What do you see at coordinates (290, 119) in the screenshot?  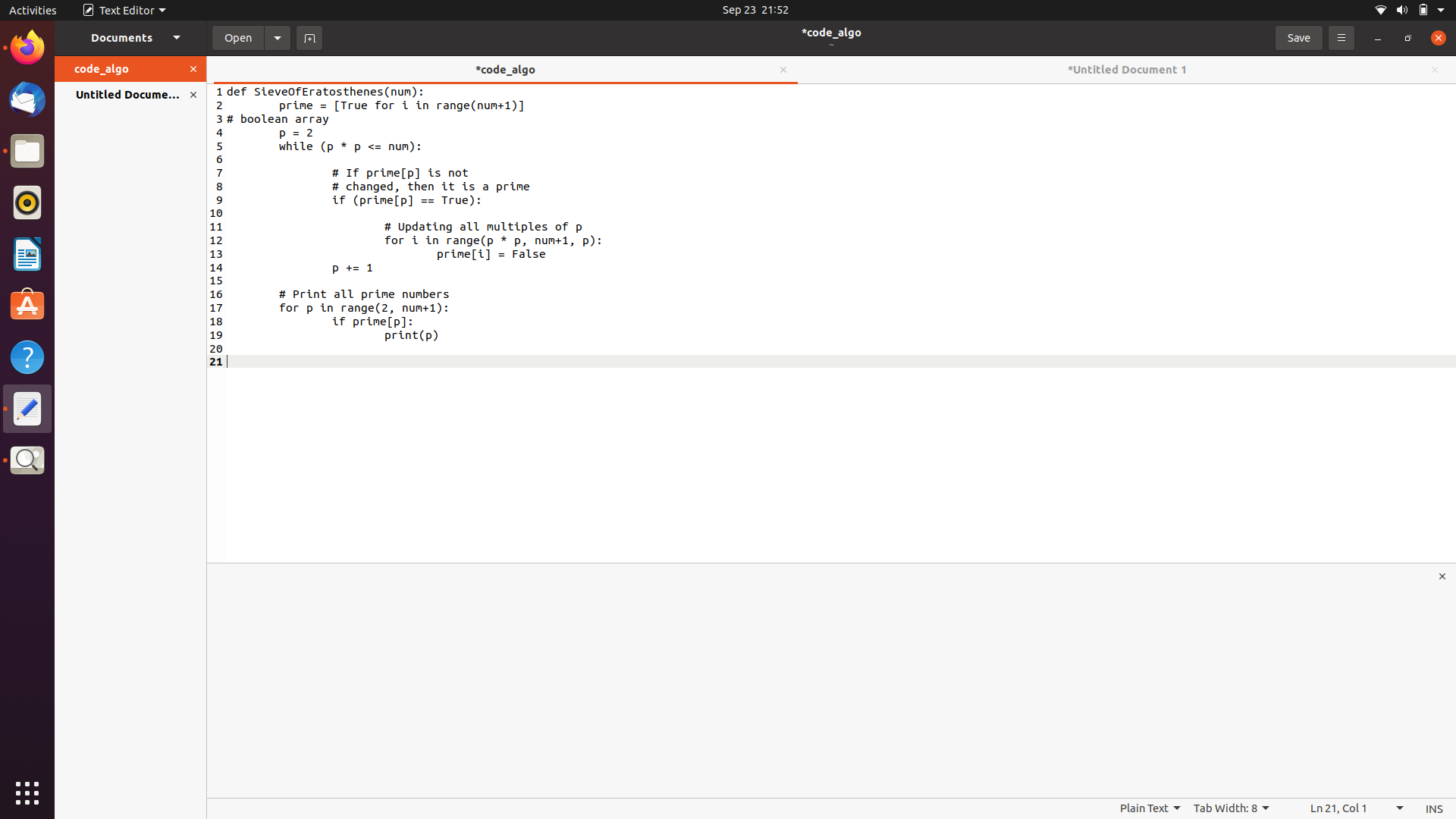 I see `Copy the contents of code_algo document to paste in untitled document using hotkeys Ctrl+A for select All, Ctrl+C for copy and Ctrl+V for paste` at bounding box center [290, 119].